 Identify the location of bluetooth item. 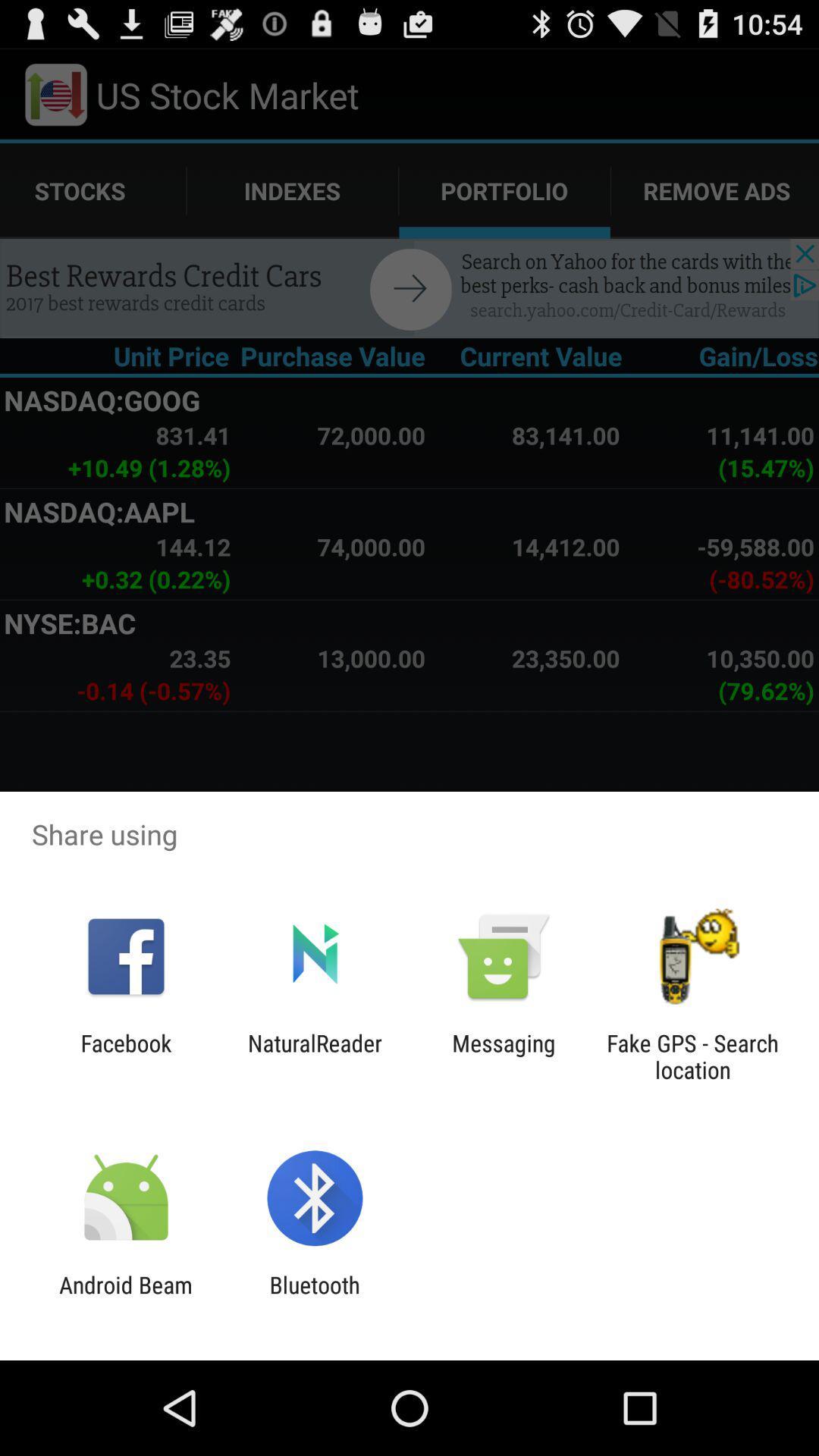
(314, 1298).